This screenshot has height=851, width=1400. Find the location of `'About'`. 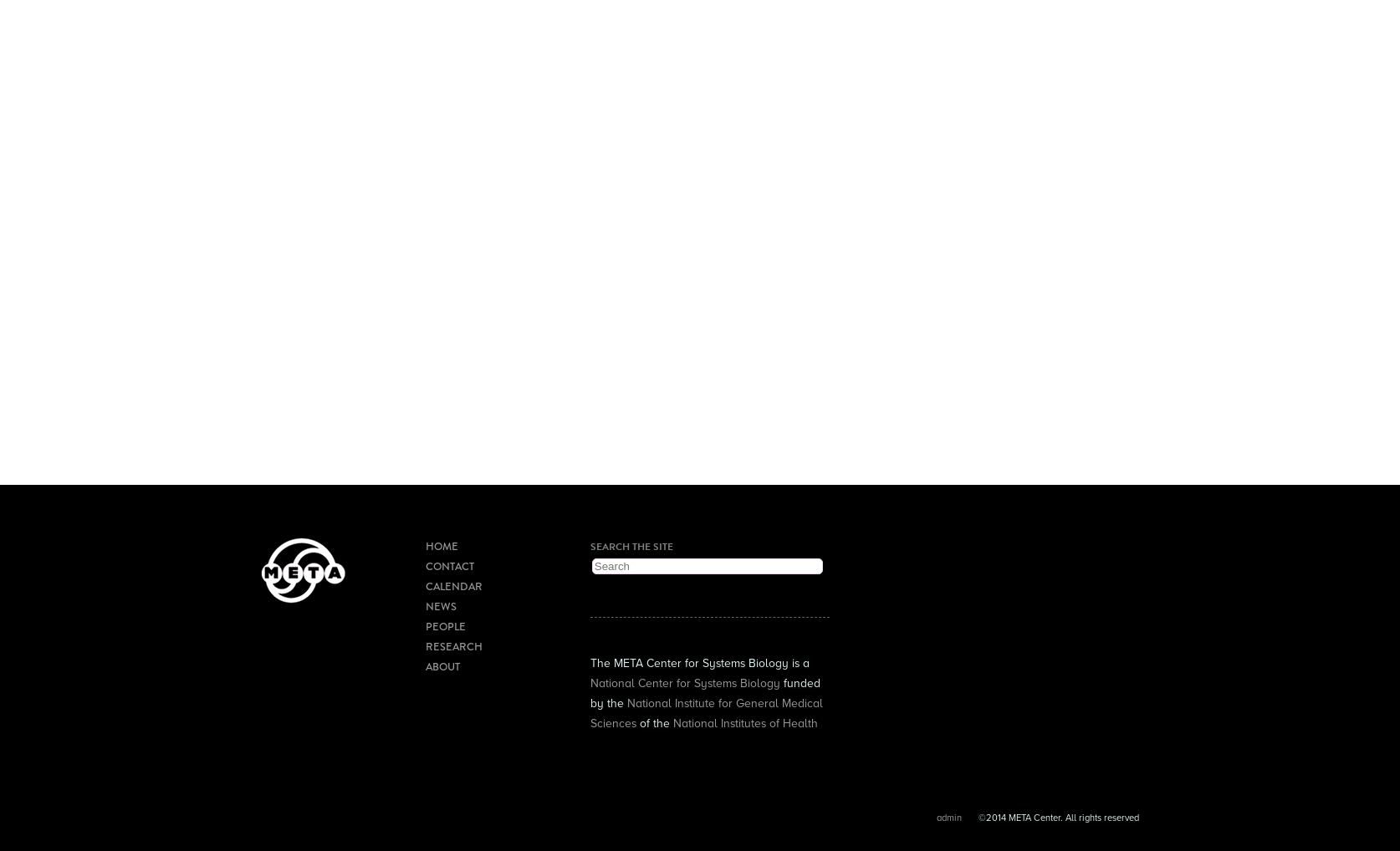

'About' is located at coordinates (441, 666).